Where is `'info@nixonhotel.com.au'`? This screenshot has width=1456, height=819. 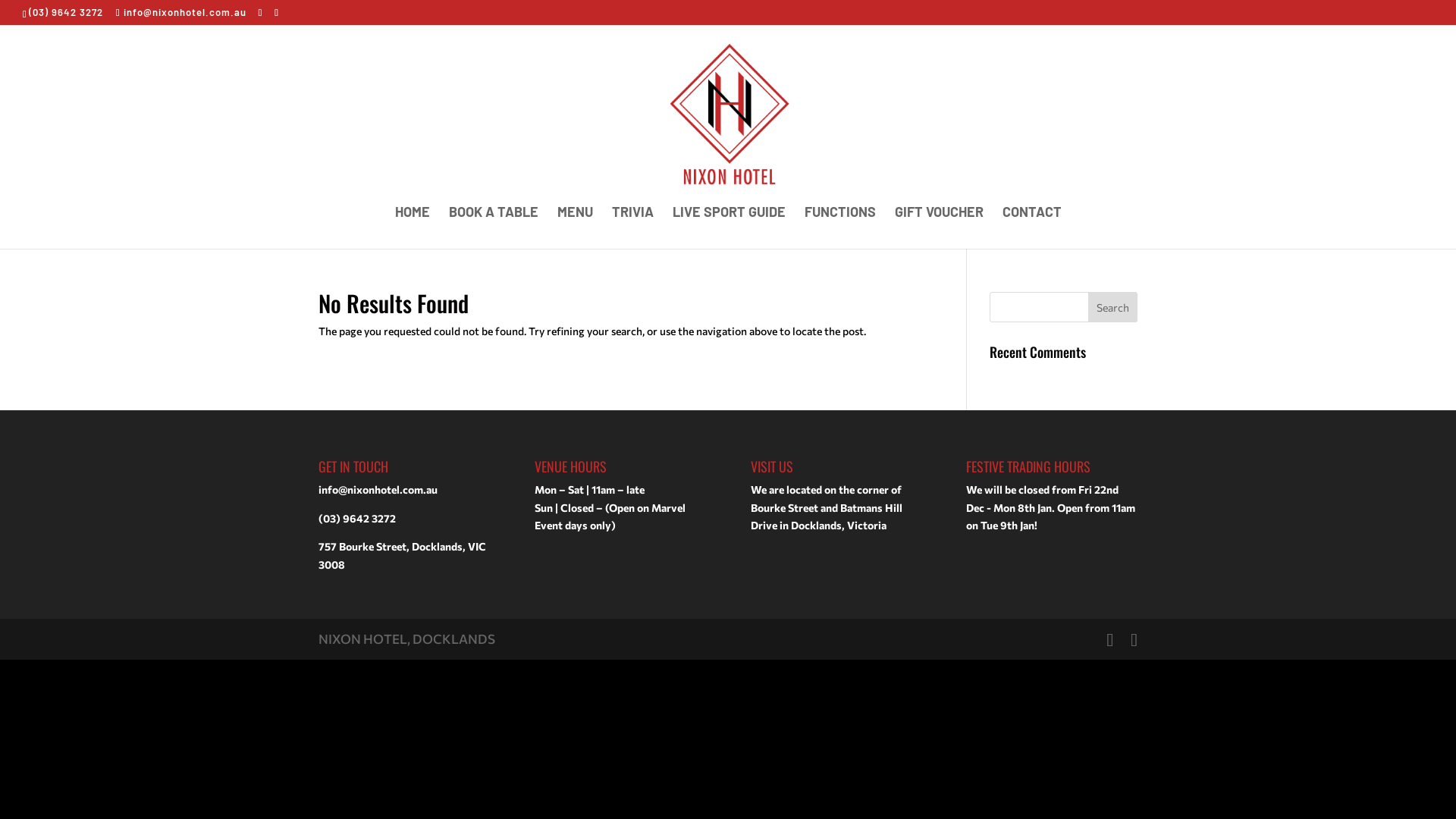
'info@nixonhotel.com.au' is located at coordinates (181, 11).